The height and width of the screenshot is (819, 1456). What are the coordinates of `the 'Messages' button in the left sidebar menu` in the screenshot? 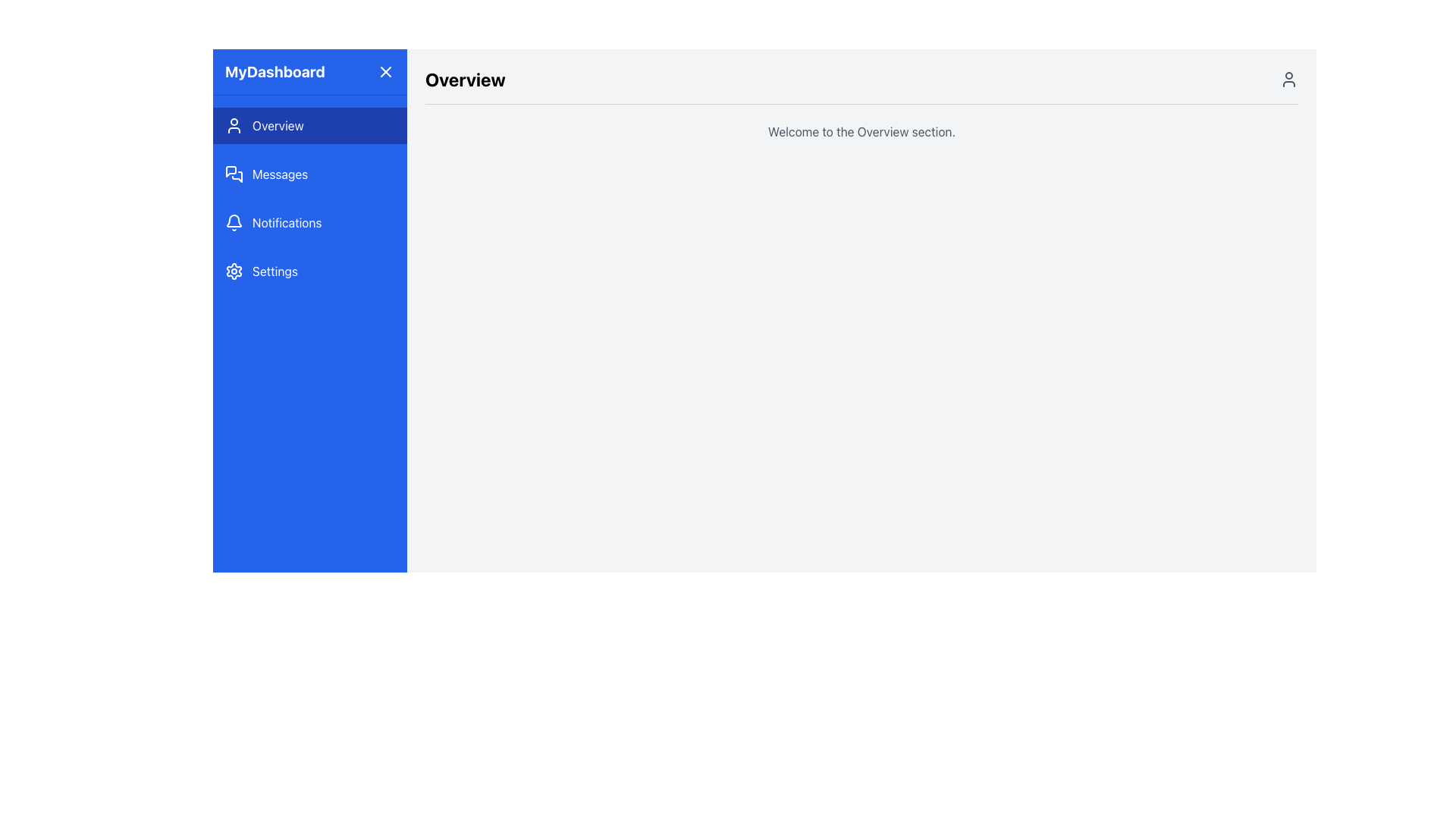 It's located at (309, 174).